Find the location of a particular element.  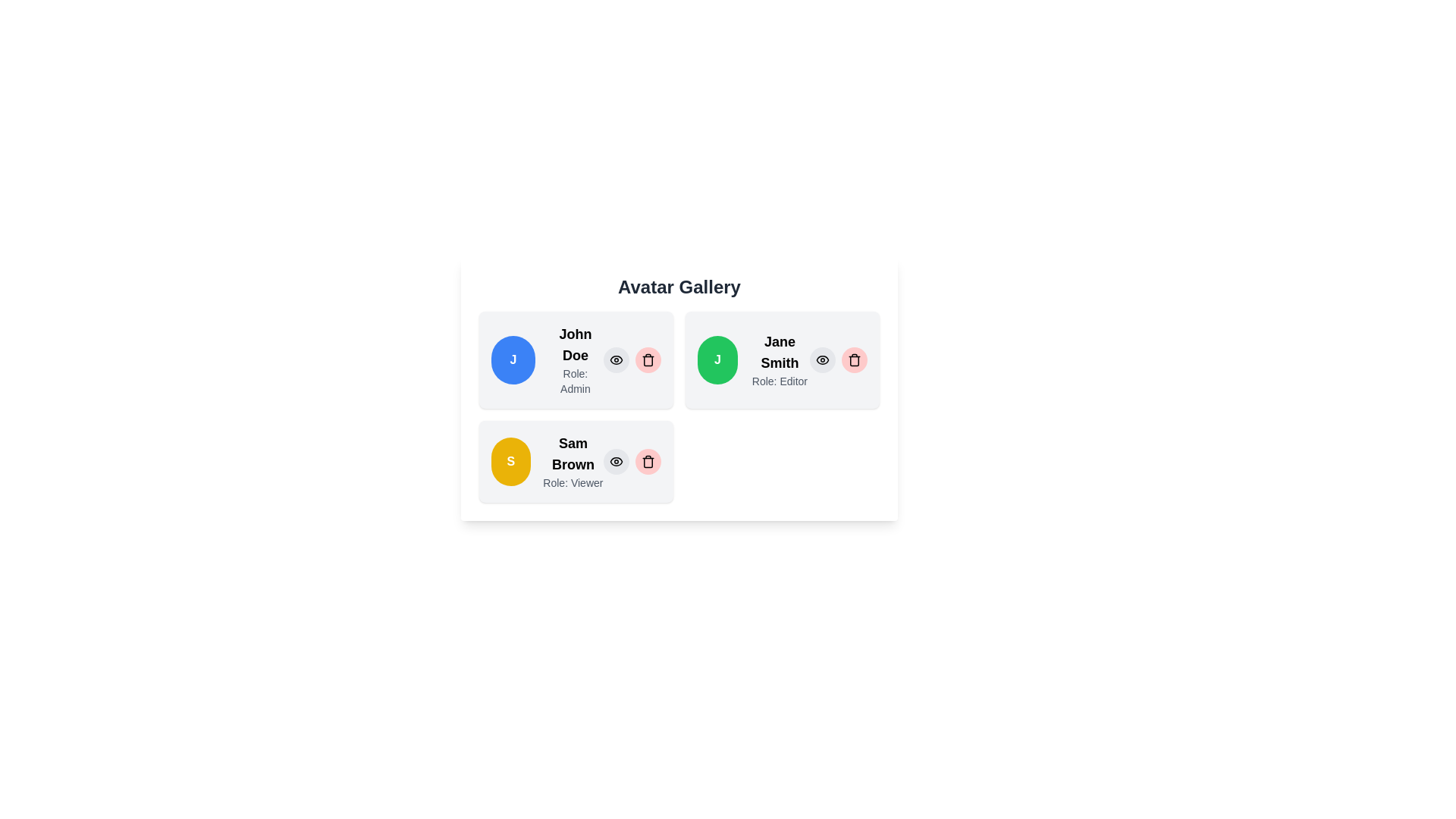

the eye-shaped icon with a circular center located inside the circular button to the right of 'Sam Brown' under the 'Role: Viewer' text in the third card of the layout is located at coordinates (616, 461).